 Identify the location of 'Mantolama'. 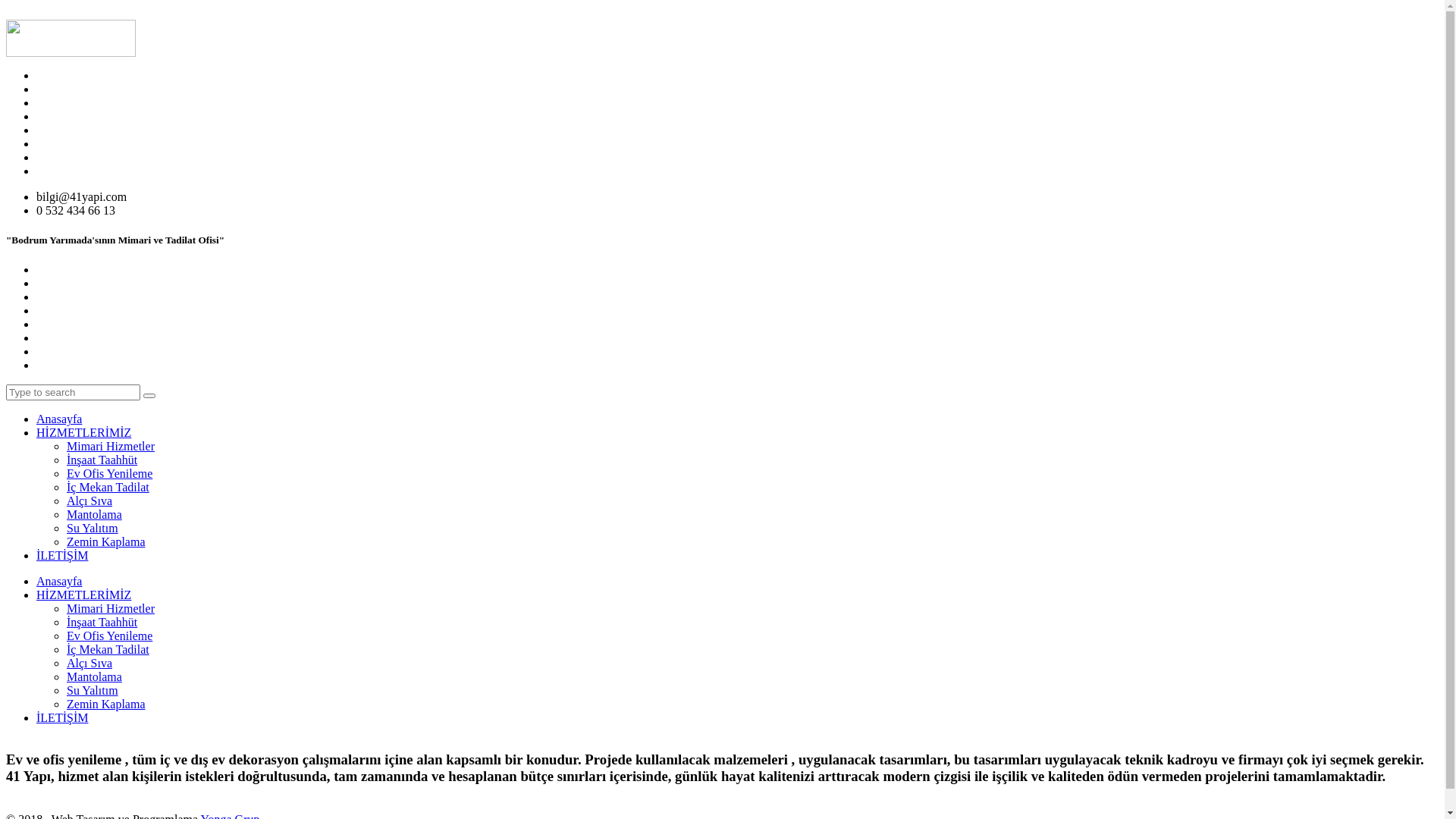
(93, 513).